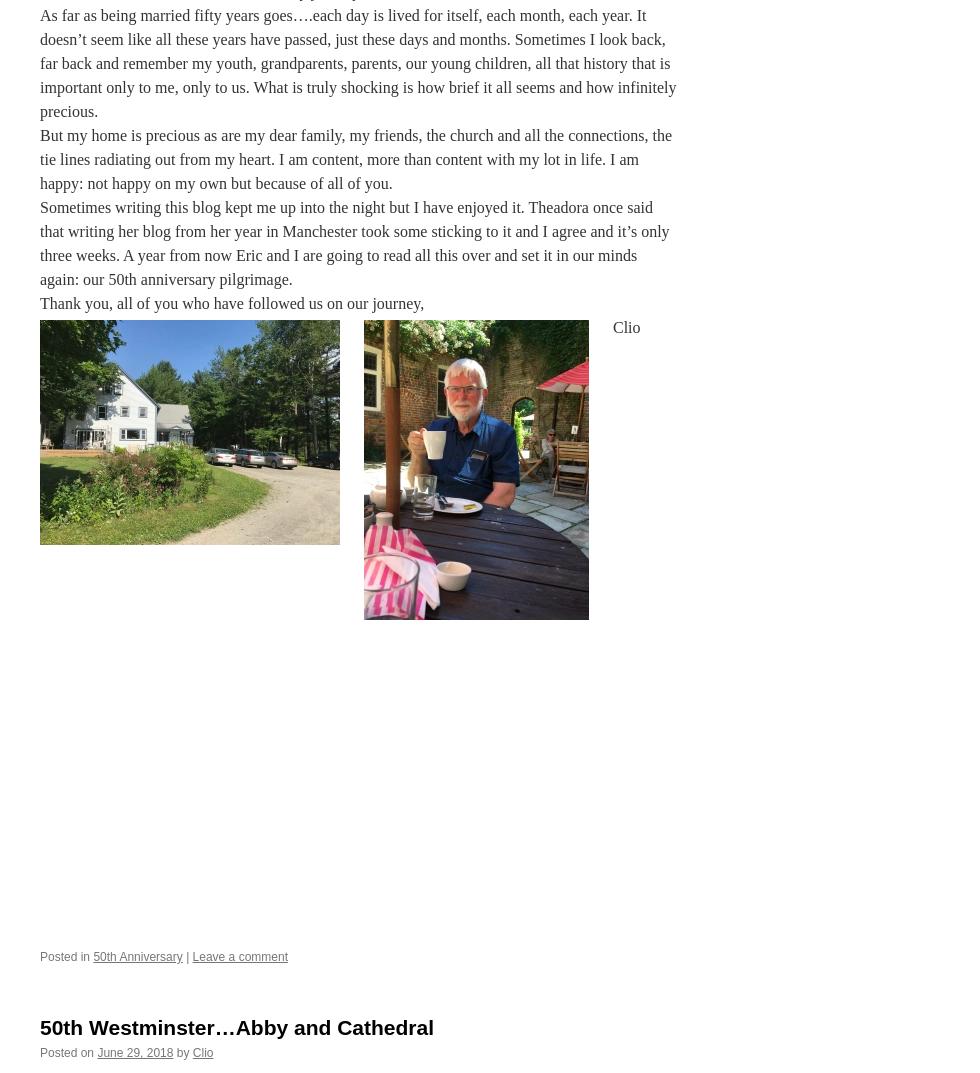 The width and height of the screenshot is (980, 1073). Describe the element at coordinates (93, 955) in the screenshot. I see `'50th Anniversary'` at that location.